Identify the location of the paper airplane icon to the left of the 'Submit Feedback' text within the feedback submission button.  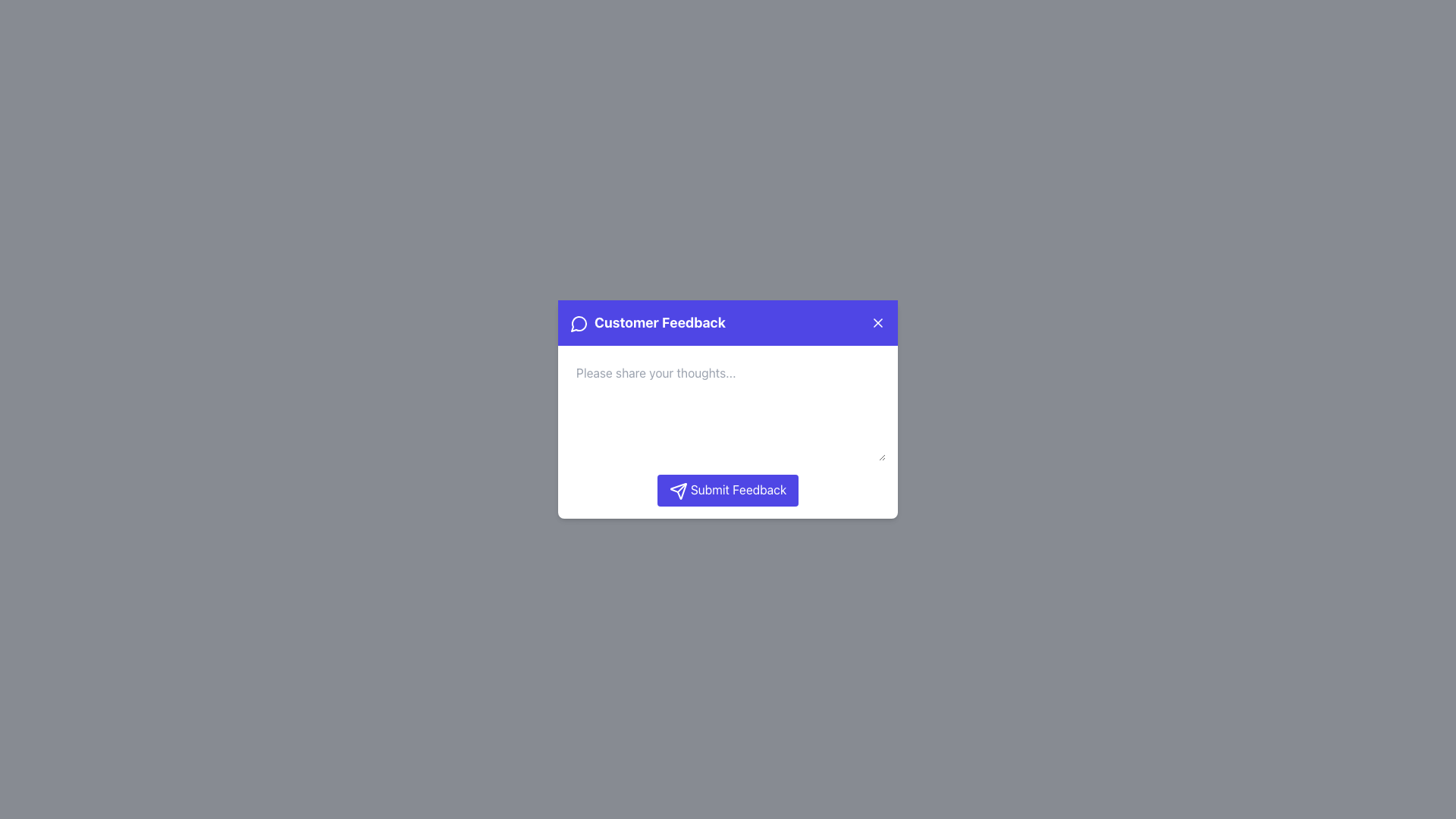
(677, 491).